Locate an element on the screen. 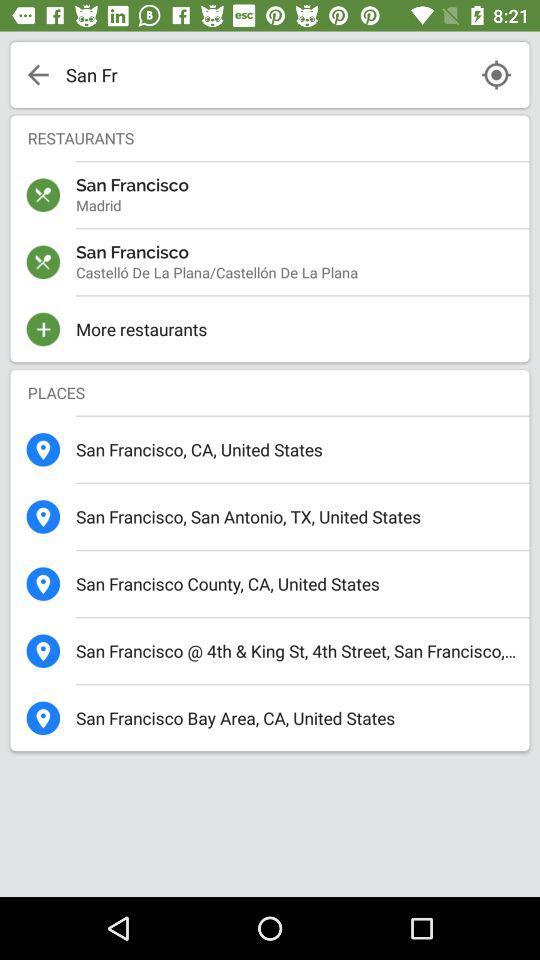 The height and width of the screenshot is (960, 540). the arrow present on the top left corner is located at coordinates (38, 74).